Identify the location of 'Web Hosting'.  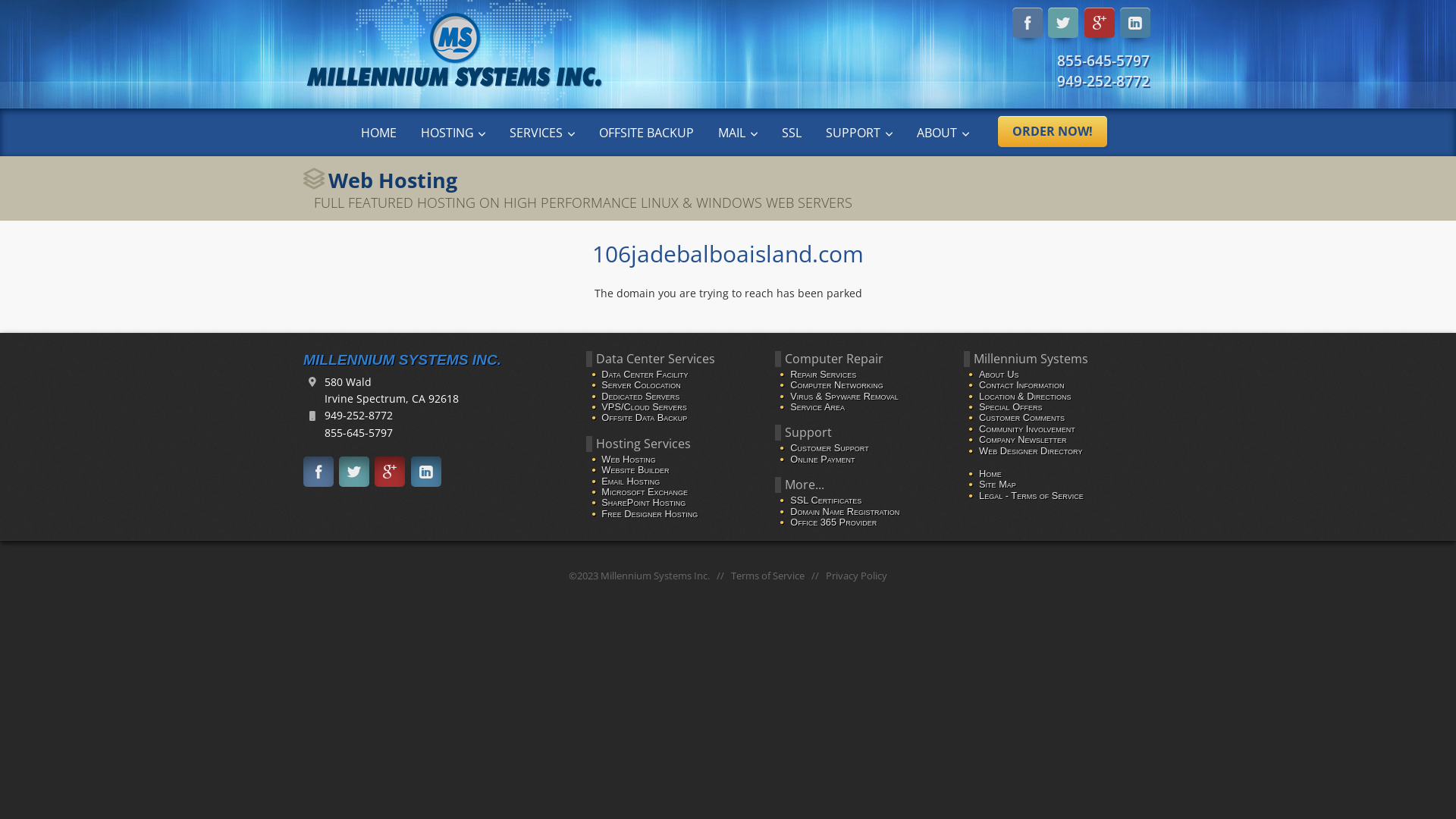
(628, 458).